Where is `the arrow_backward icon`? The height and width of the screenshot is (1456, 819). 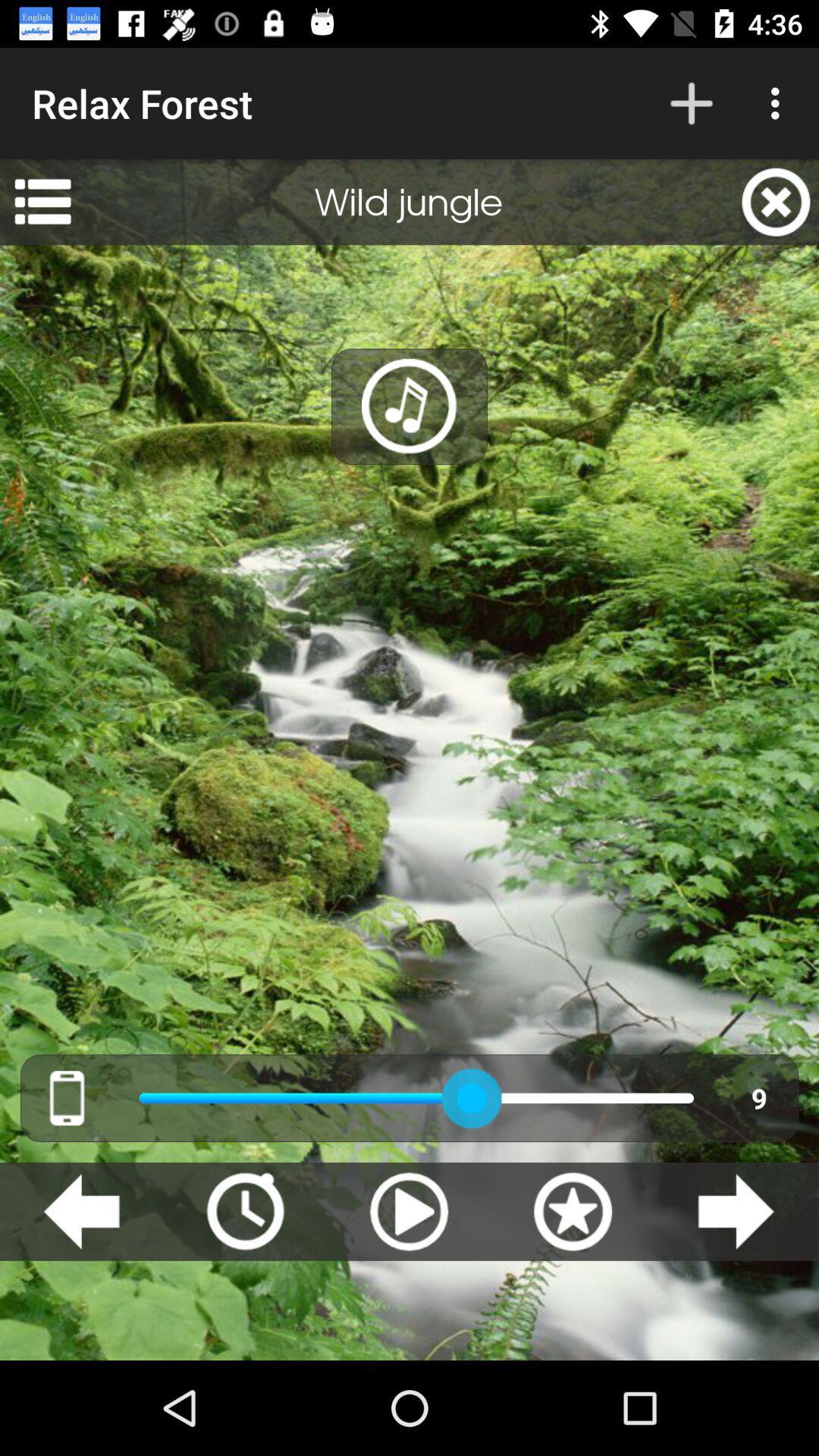
the arrow_backward icon is located at coordinates (81, 1210).